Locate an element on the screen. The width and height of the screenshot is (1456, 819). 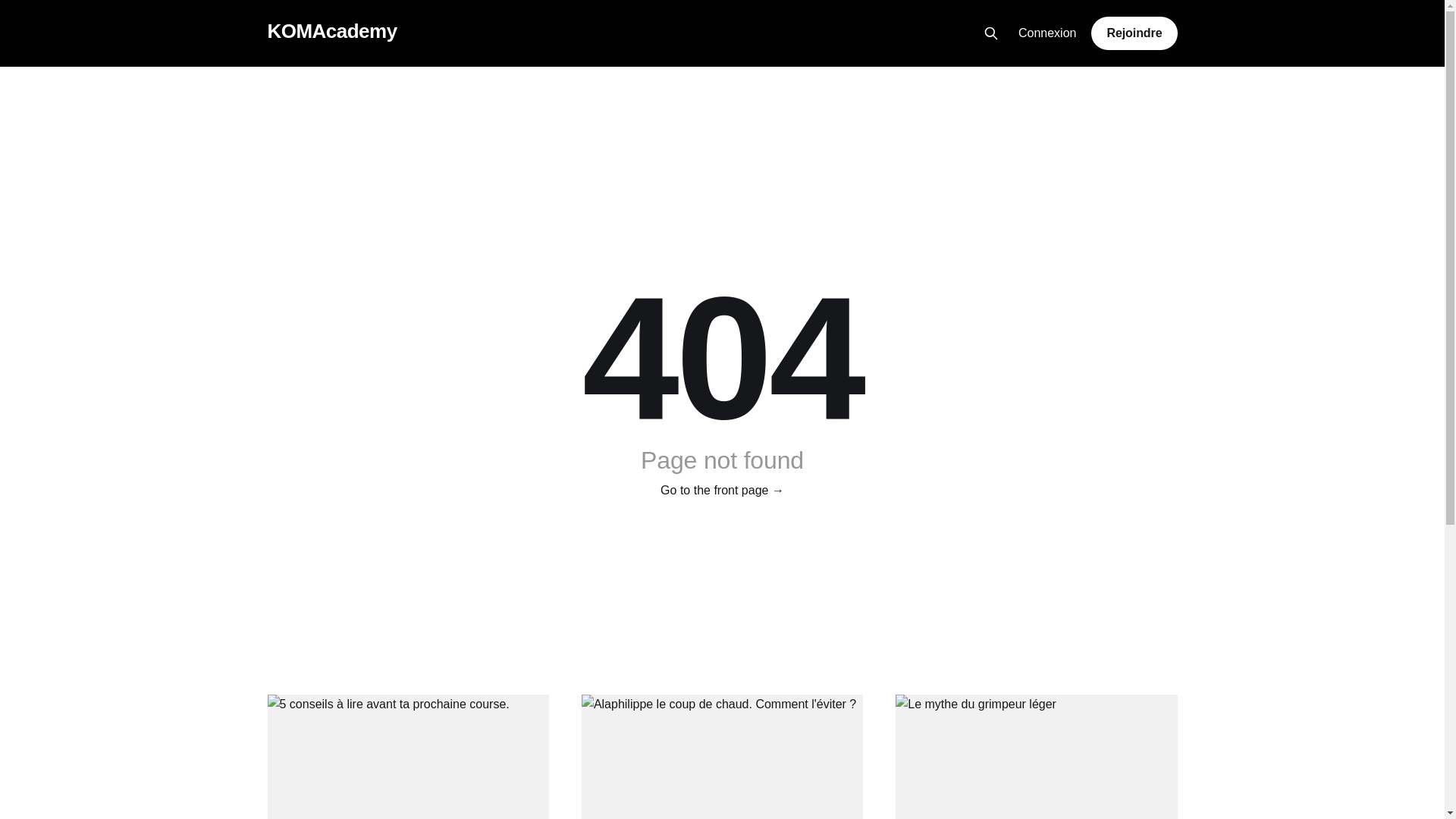
'Connexion' is located at coordinates (1046, 33).